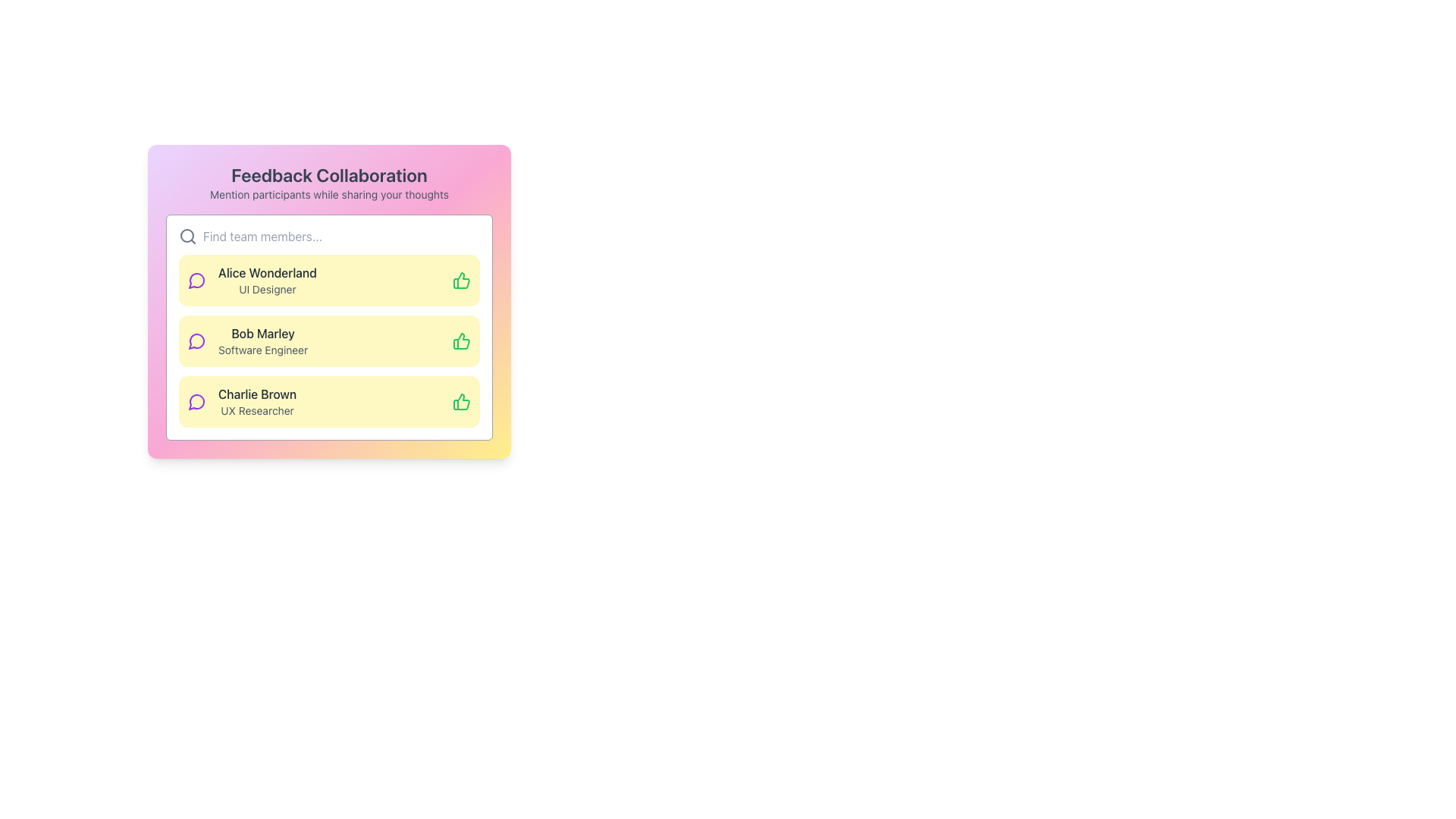 This screenshot has width=1456, height=819. Describe the element at coordinates (460, 281) in the screenshot. I see `the Thumbs-up icon located in the feedback list row for 'Bob Marley, Software Engineer'` at that location.